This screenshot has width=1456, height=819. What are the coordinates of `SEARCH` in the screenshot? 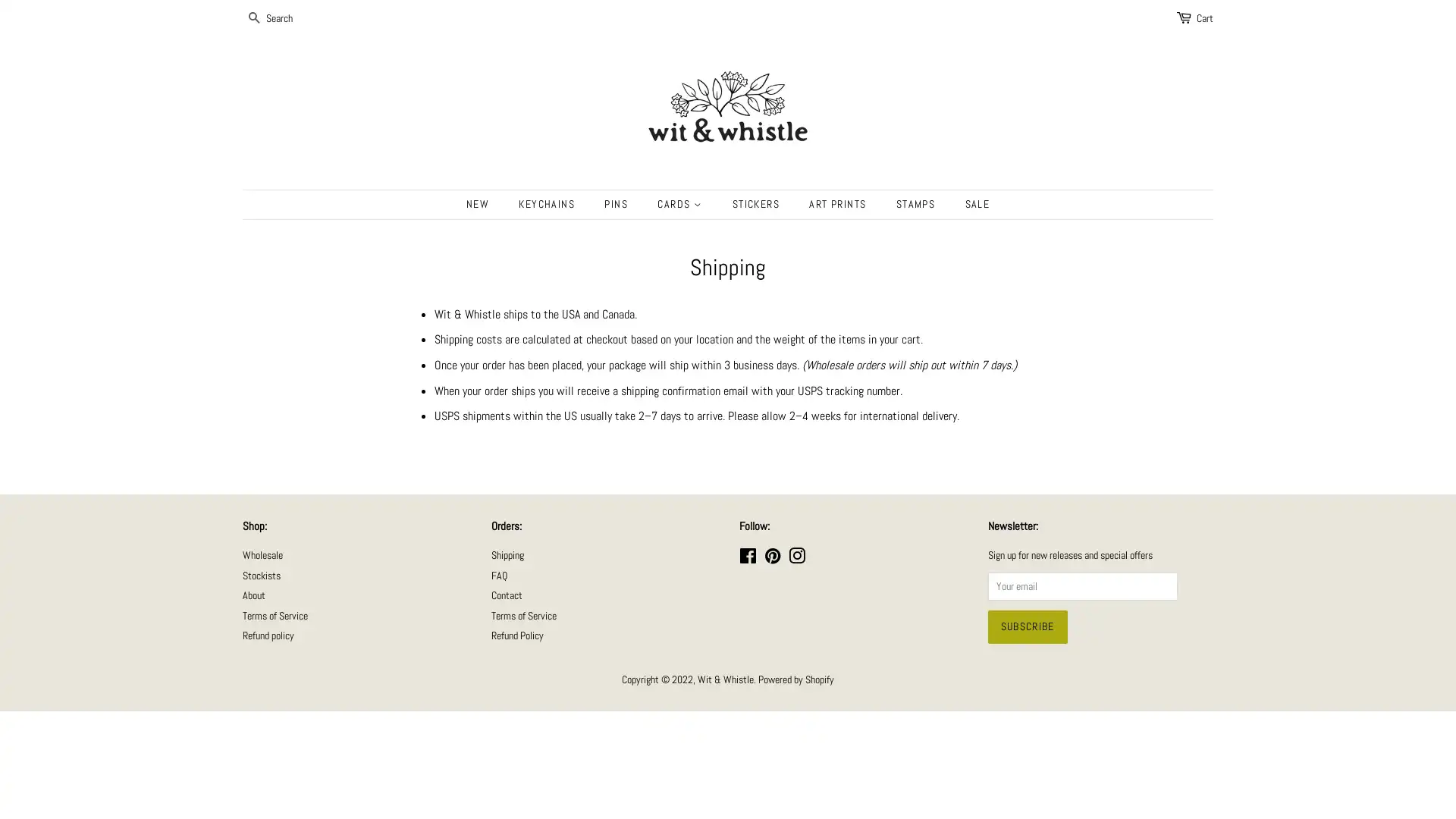 It's located at (255, 18).